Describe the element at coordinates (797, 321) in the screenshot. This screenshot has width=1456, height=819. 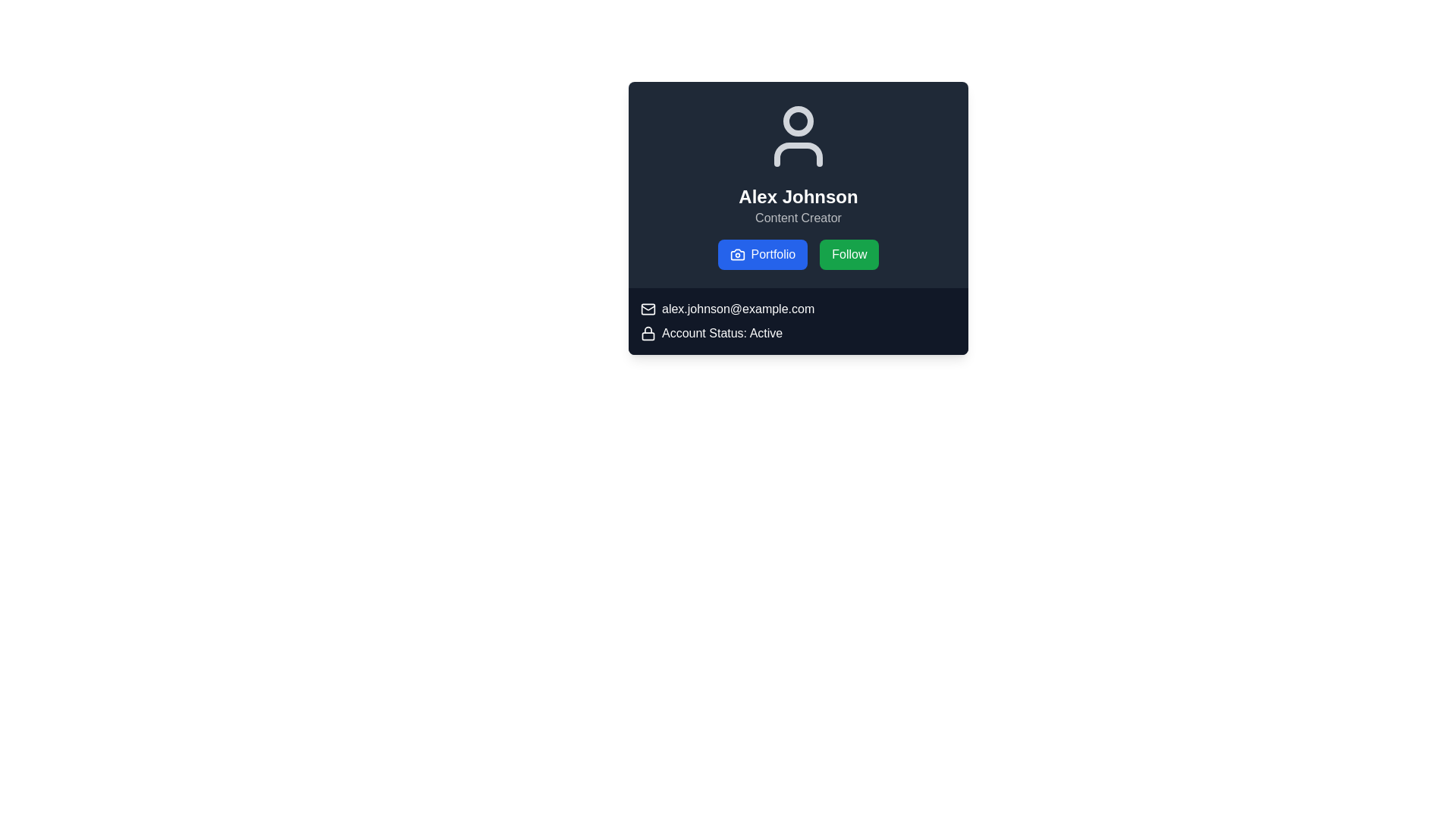
I see `the informational block element containing the email 'alex.johnson@example.com' and the text 'Account Status: Active' located at the bottom of the profile card` at that location.